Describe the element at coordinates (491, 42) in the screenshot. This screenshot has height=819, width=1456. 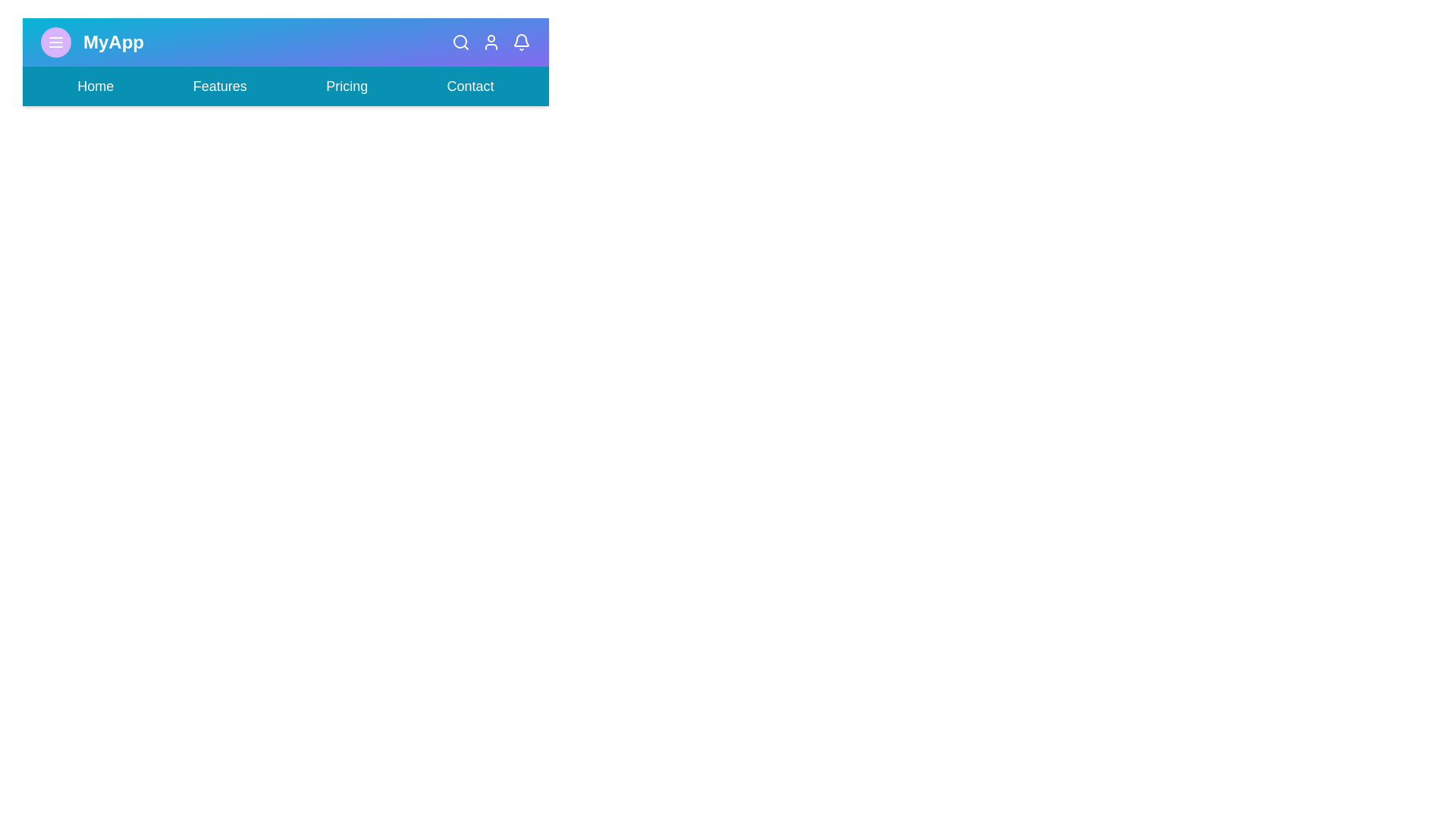
I see `the user icon in the app bar` at that location.